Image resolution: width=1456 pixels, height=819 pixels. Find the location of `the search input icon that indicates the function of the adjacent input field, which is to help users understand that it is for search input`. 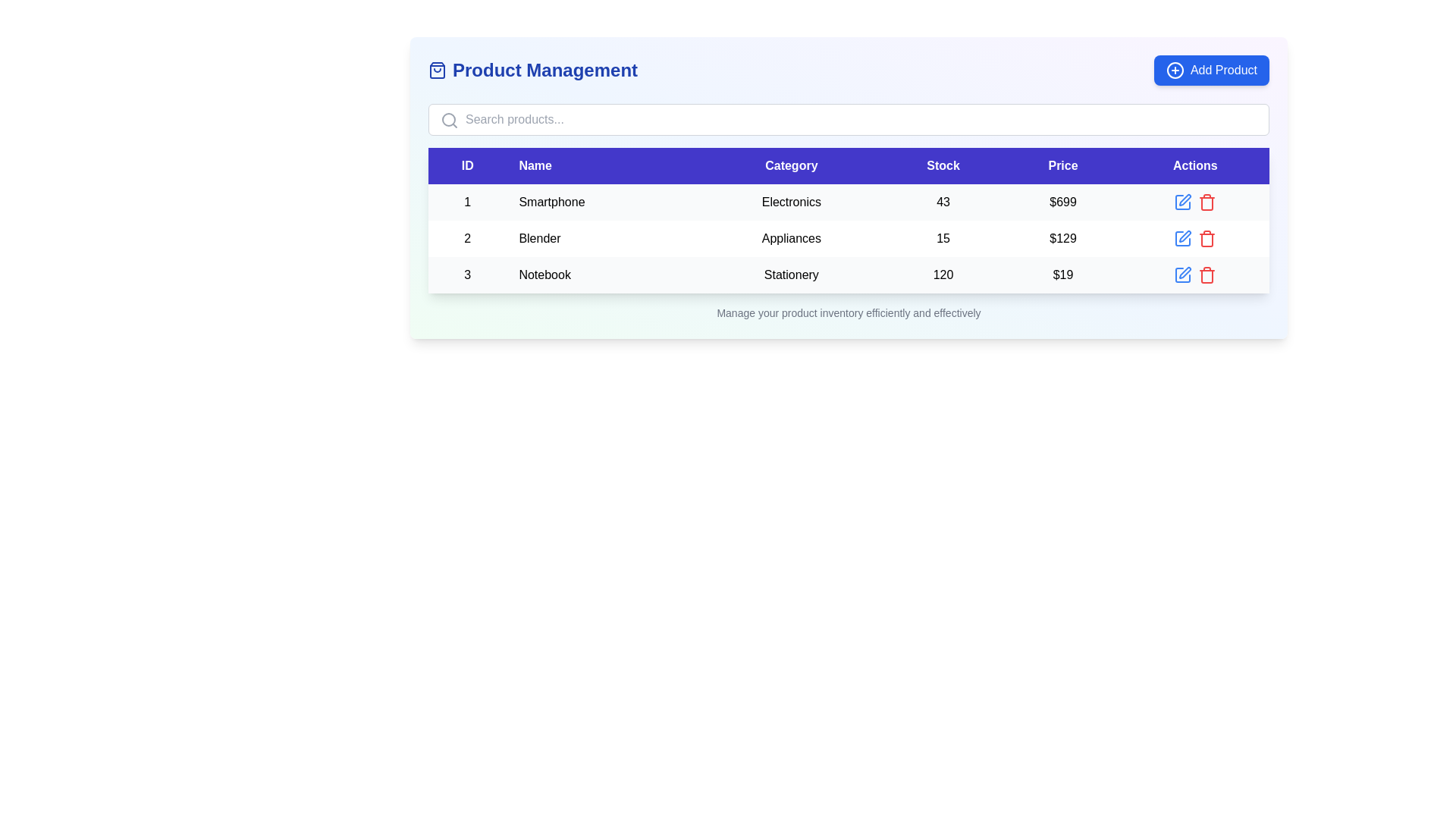

the search input icon that indicates the function of the adjacent input field, which is to help users understand that it is for search input is located at coordinates (449, 119).